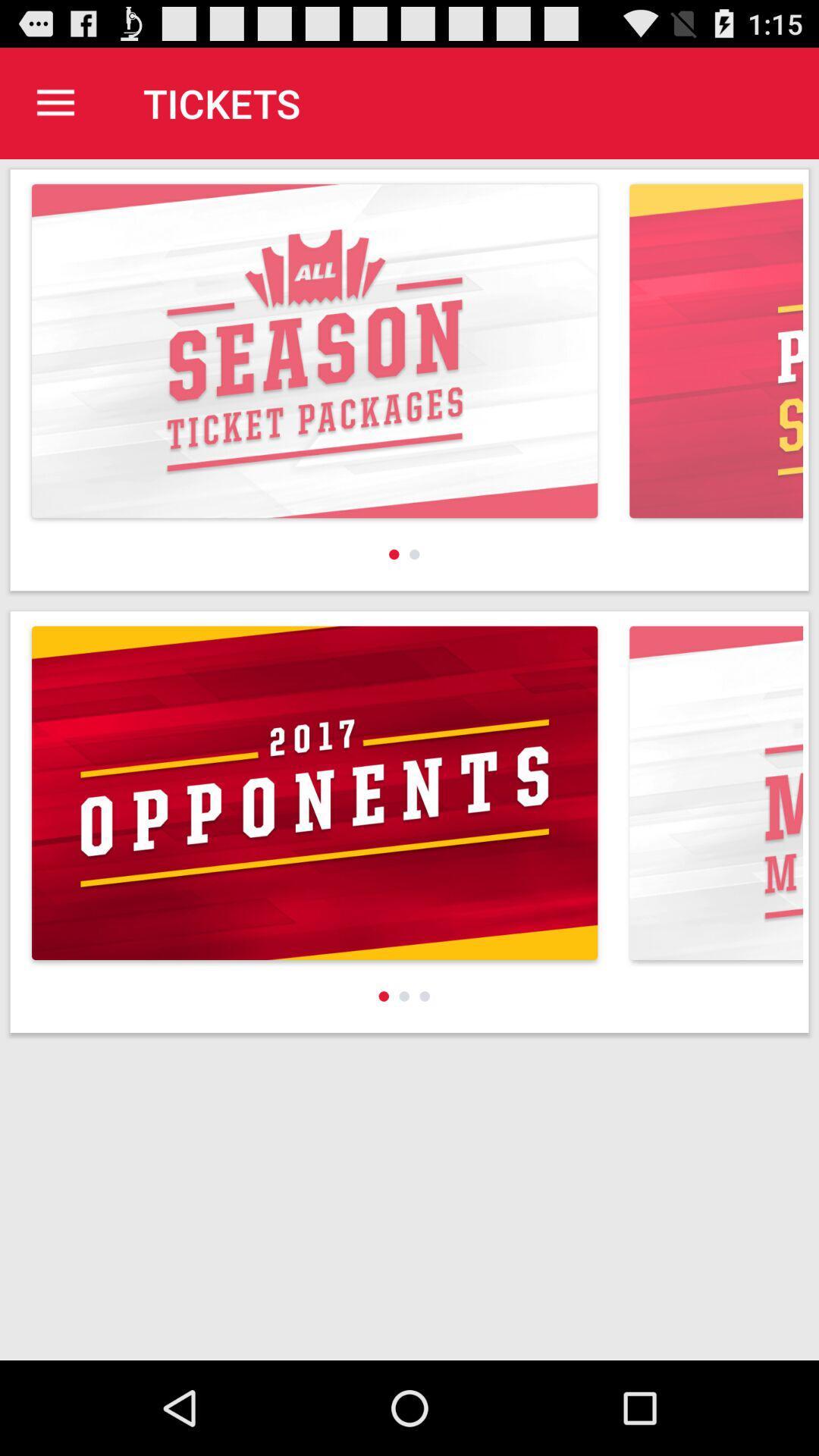 The height and width of the screenshot is (1456, 819). Describe the element at coordinates (716, 350) in the screenshot. I see `top right corner image` at that location.